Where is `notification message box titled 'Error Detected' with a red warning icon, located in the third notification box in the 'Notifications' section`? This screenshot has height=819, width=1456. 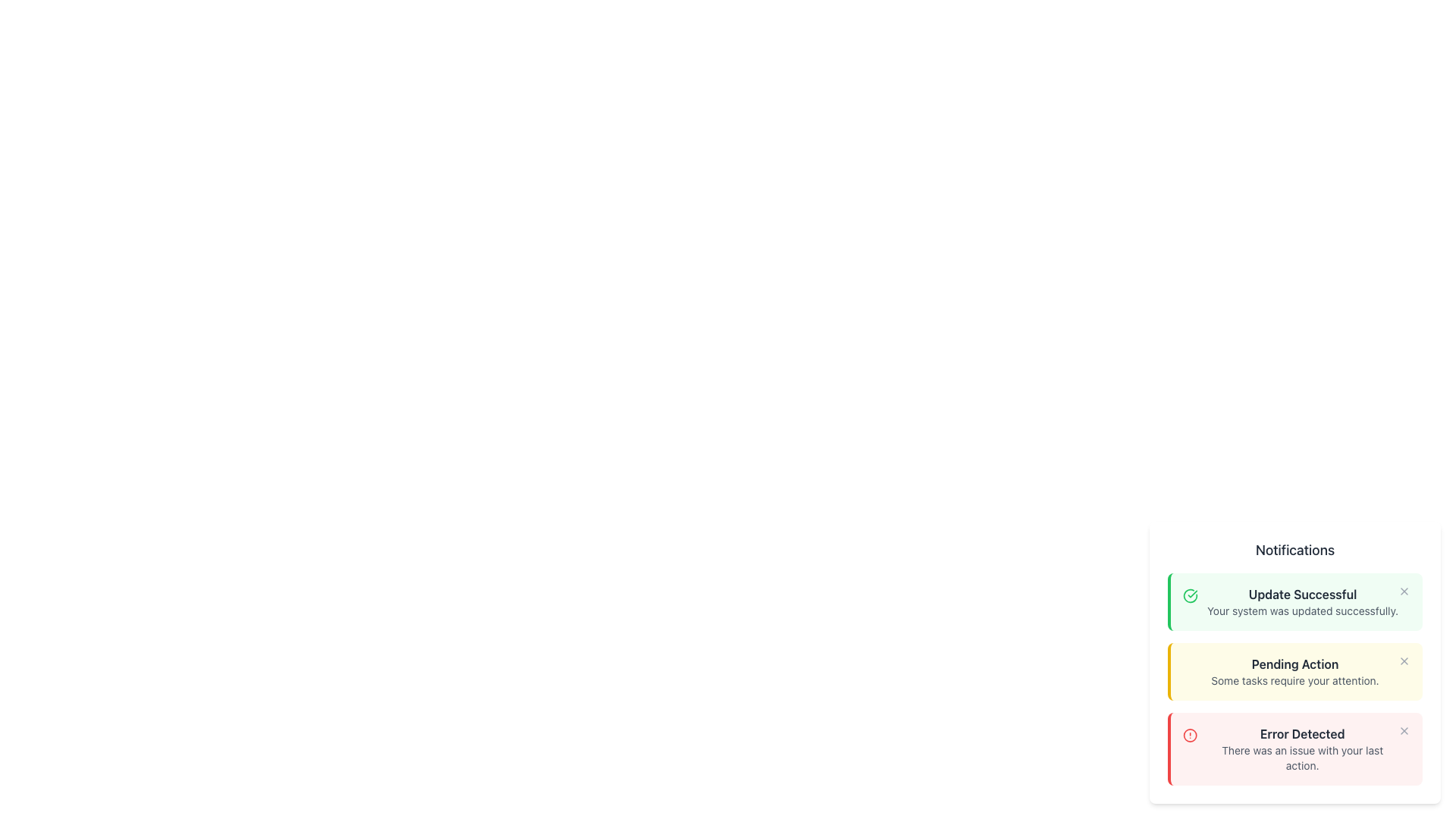
notification message box titled 'Error Detected' with a red warning icon, located in the third notification box in the 'Notifications' section is located at coordinates (1295, 748).